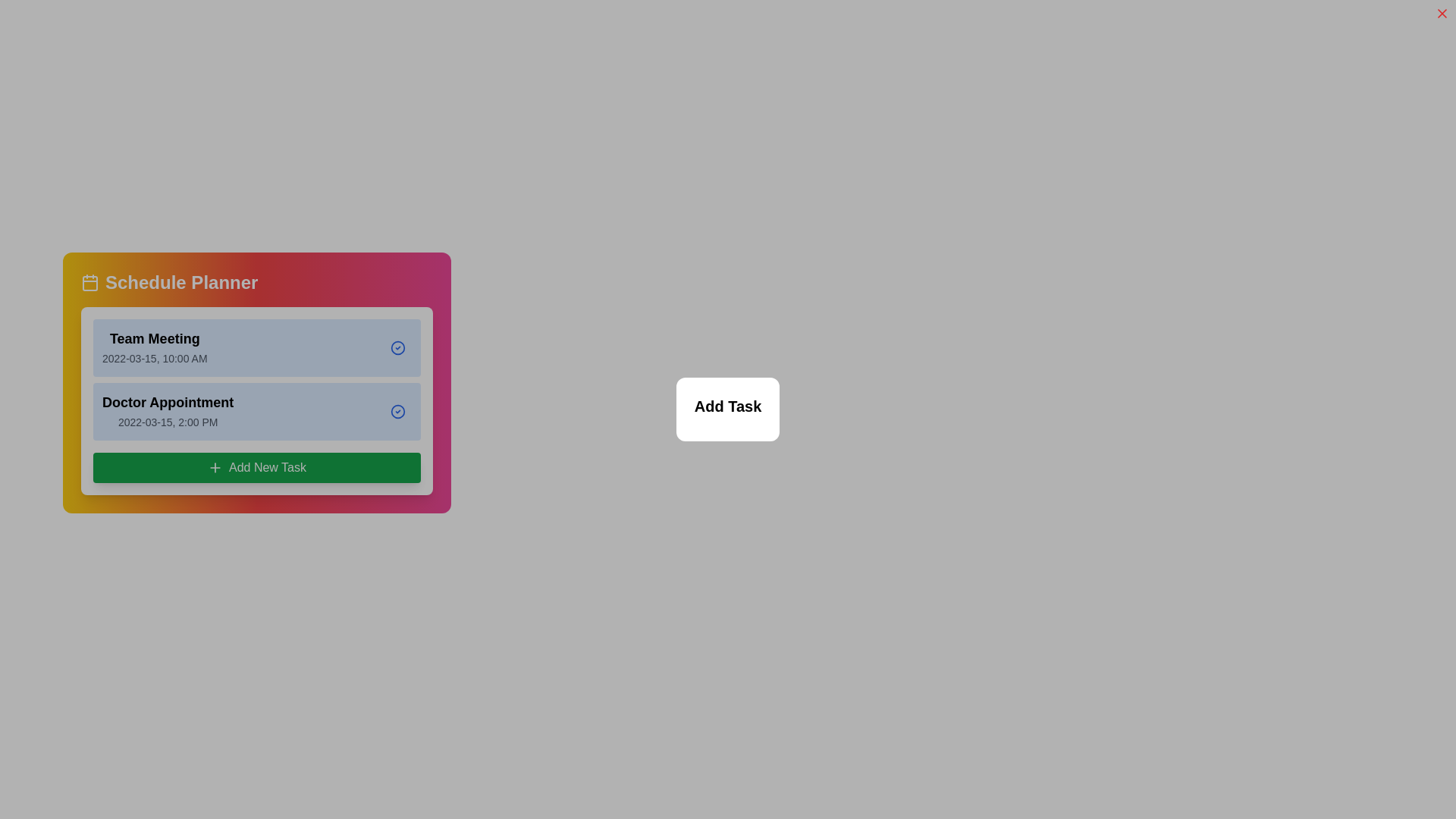  What do you see at coordinates (397, 348) in the screenshot?
I see `the completion status icon located at the top-right of the 'Team Meeting' card in the 'Schedule Planner' interface` at bounding box center [397, 348].